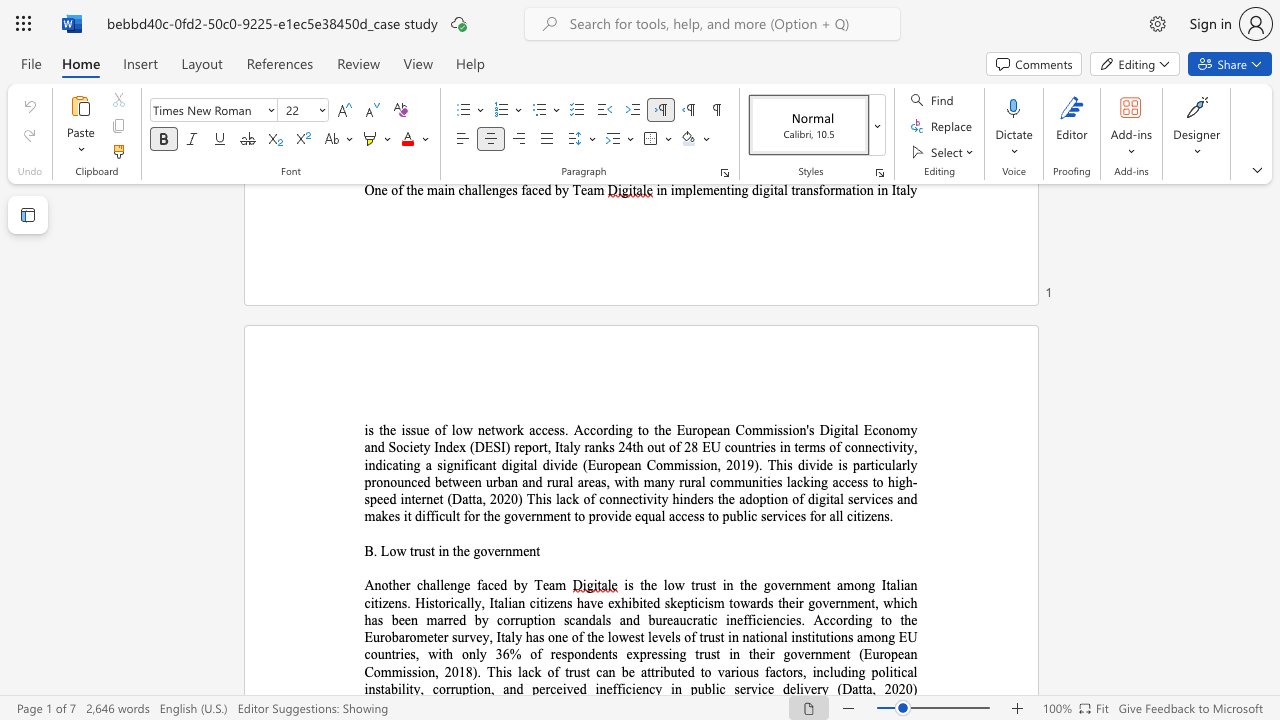 The image size is (1280, 720). Describe the element at coordinates (547, 602) in the screenshot. I see `the subset text "zens ha" within the text "is the low trust in the government among Italian citizens. Historically, Italian citizens have"` at that location.